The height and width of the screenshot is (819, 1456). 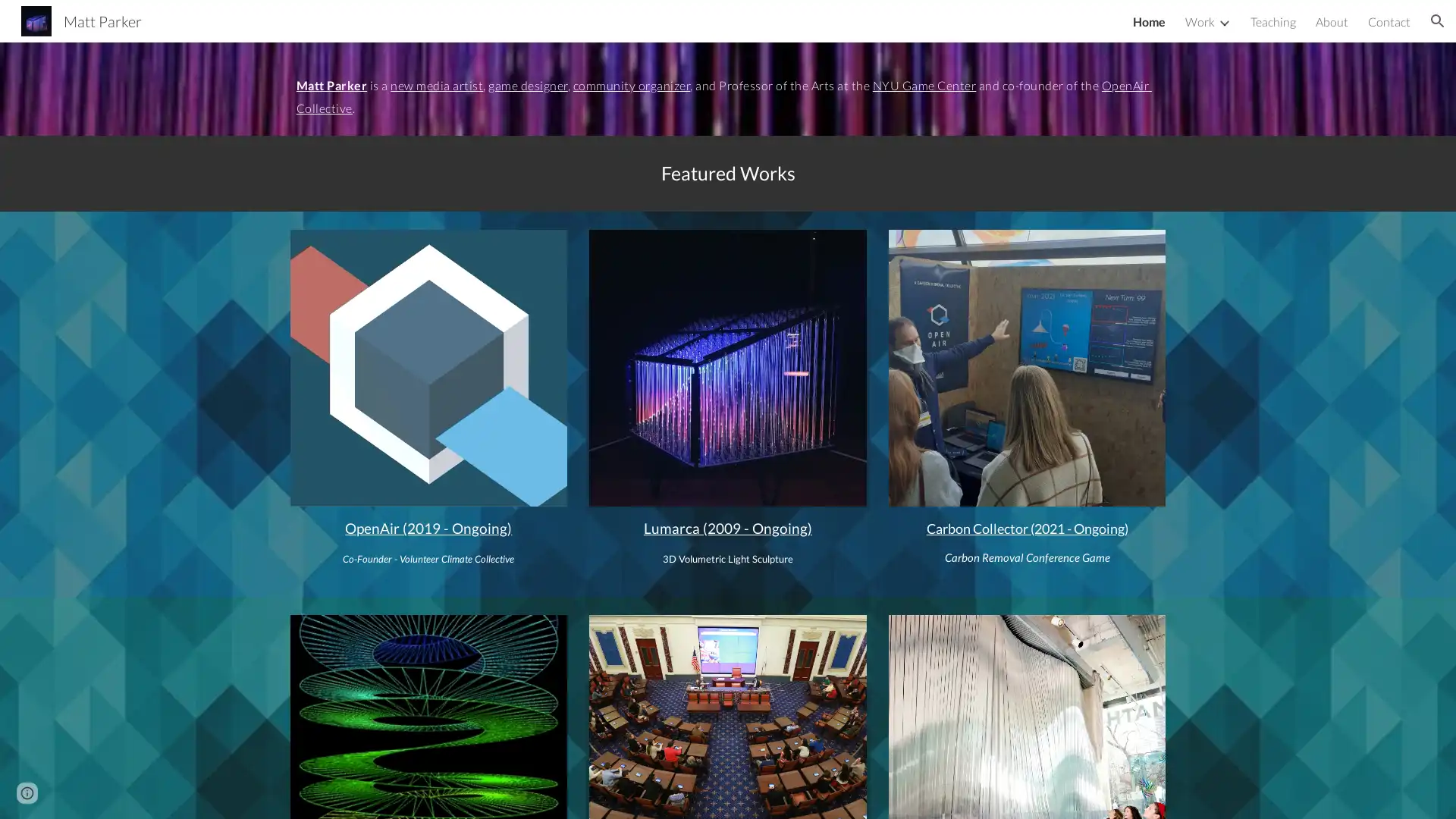 What do you see at coordinates (811, 171) in the screenshot?
I see `Copy heading link` at bounding box center [811, 171].